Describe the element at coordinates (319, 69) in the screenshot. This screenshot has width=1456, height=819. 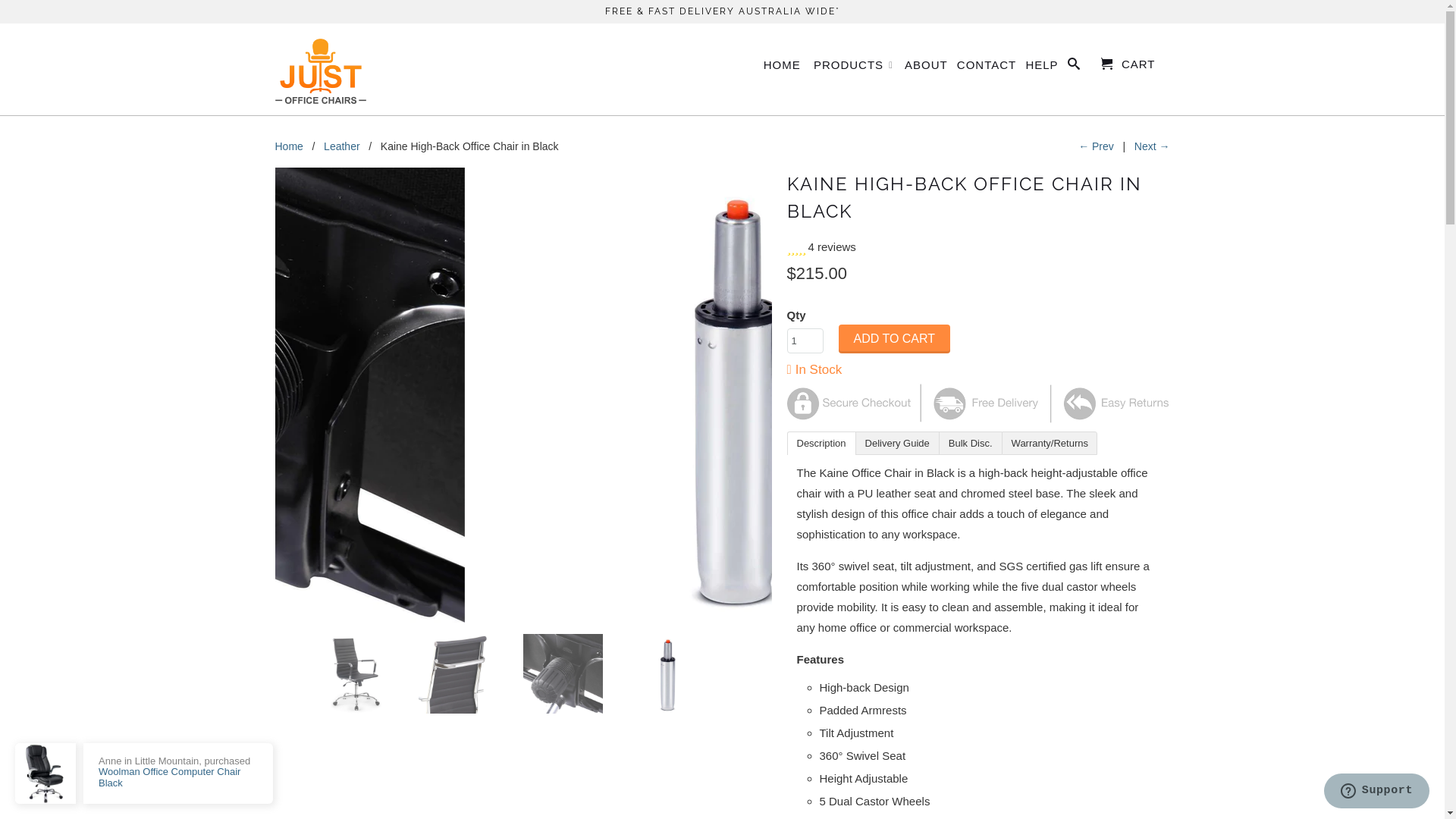
I see `'Just Office Chairs'` at that location.